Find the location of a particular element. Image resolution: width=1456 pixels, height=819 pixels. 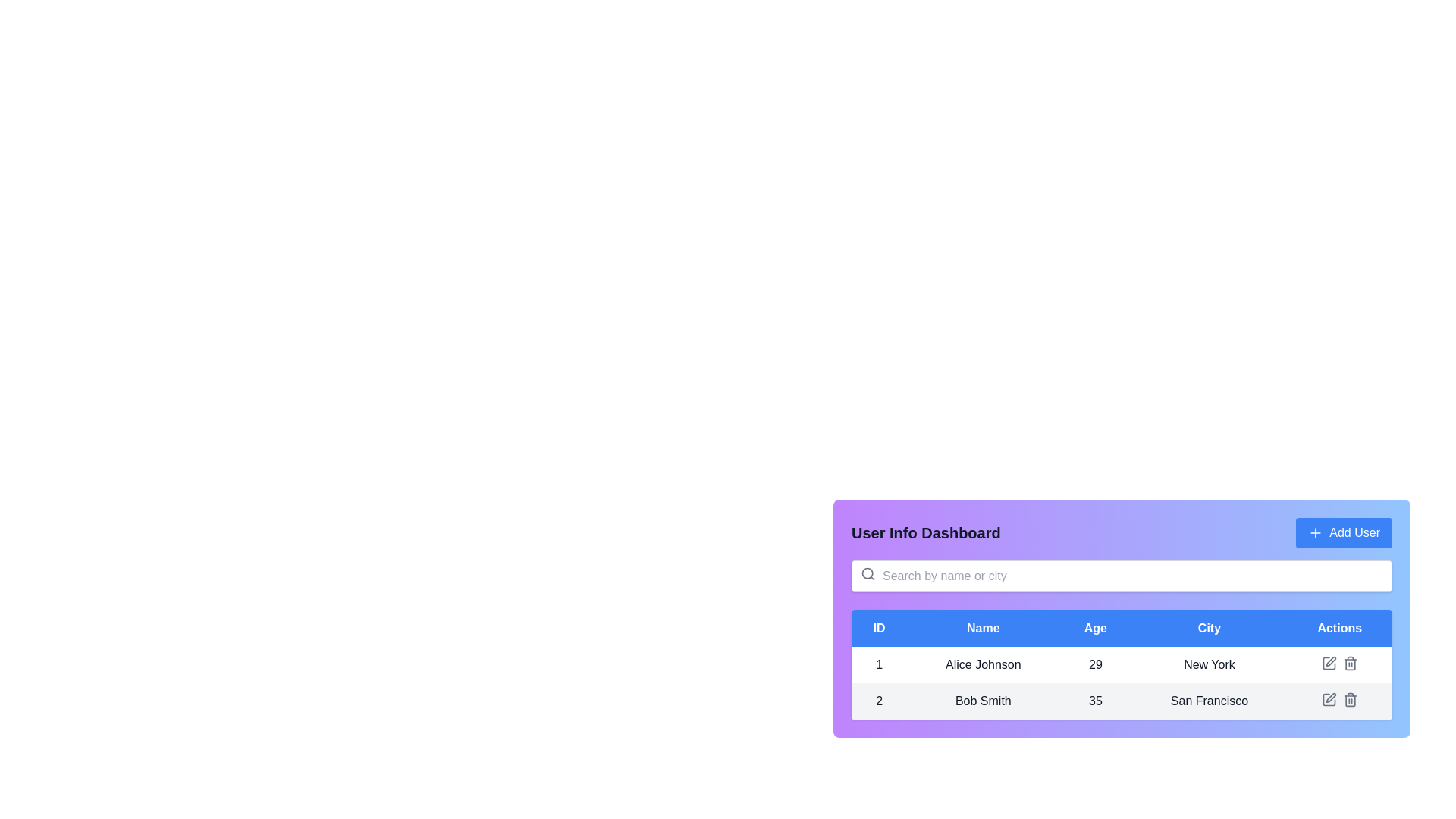

the second table row displaying user information for 'Bob Smith', which includes fields for ID, Name, Age, City, and action icons, located in the 'User Info Dashboard' is located at coordinates (1122, 701).